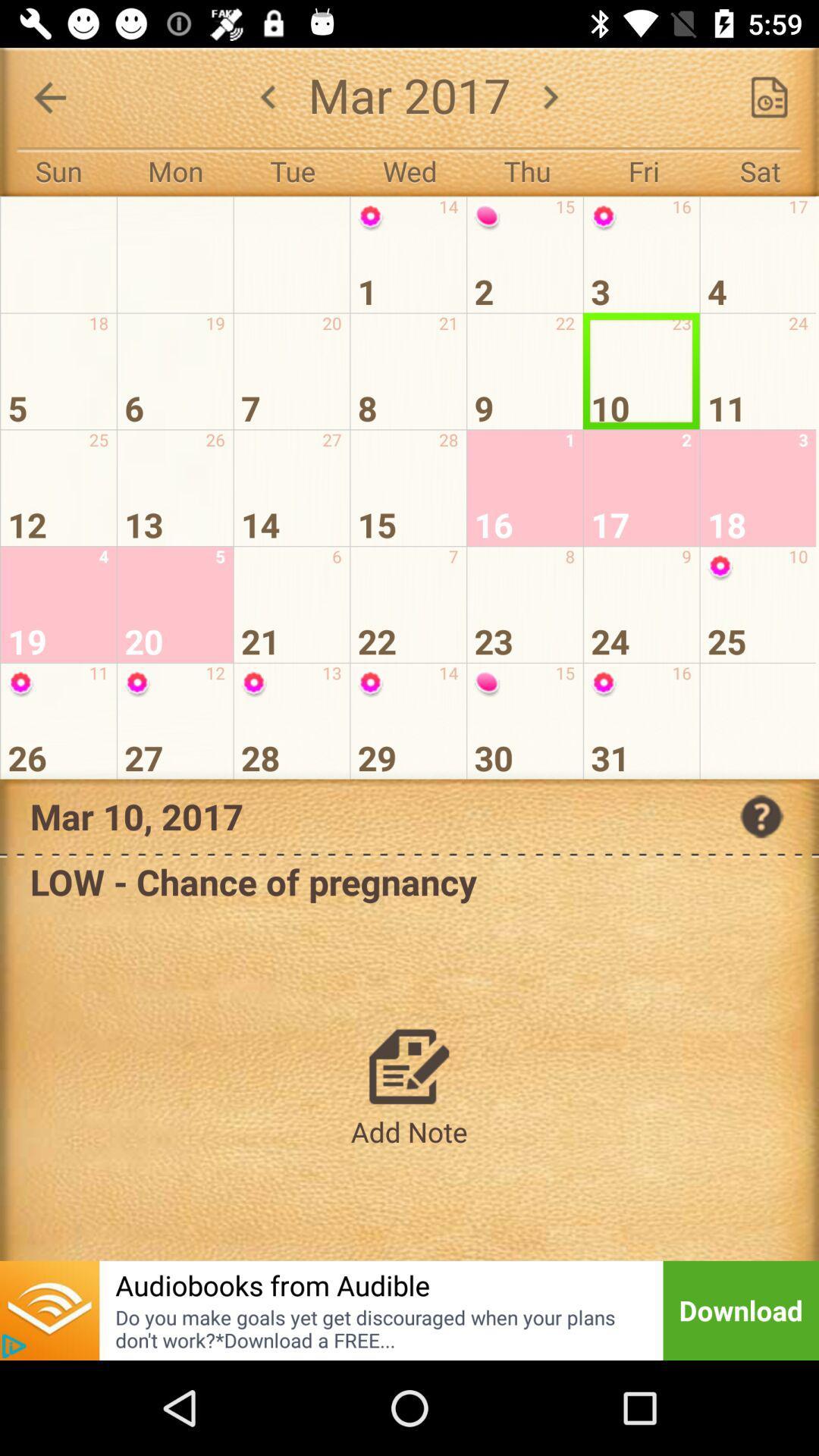 The height and width of the screenshot is (1456, 819). I want to click on the arrow_backward icon, so click(268, 96).